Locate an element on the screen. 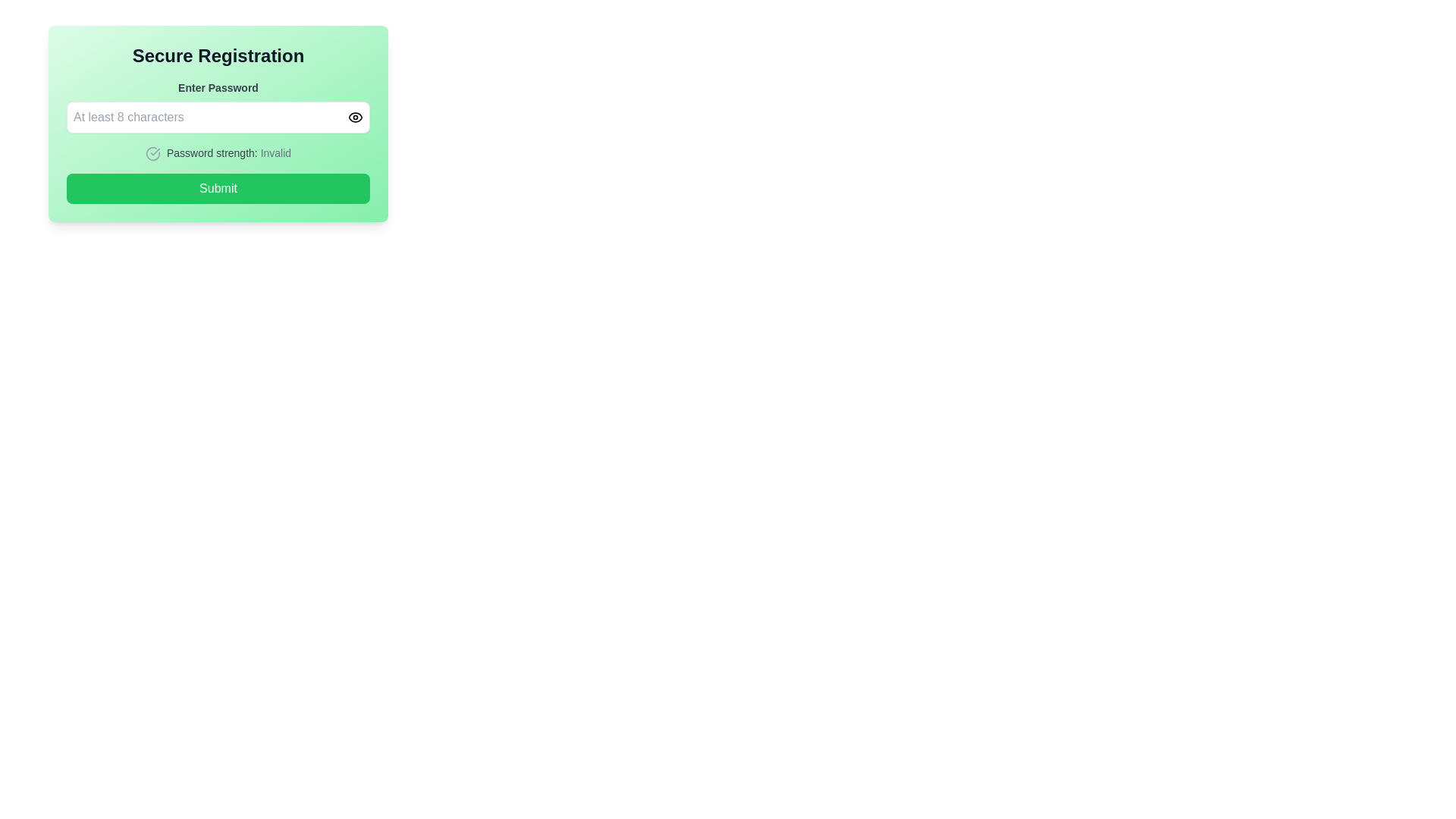  text content of the text label displaying 'Invalid' in gray color, which is positioned next to the 'Password strength:' label is located at coordinates (275, 152).